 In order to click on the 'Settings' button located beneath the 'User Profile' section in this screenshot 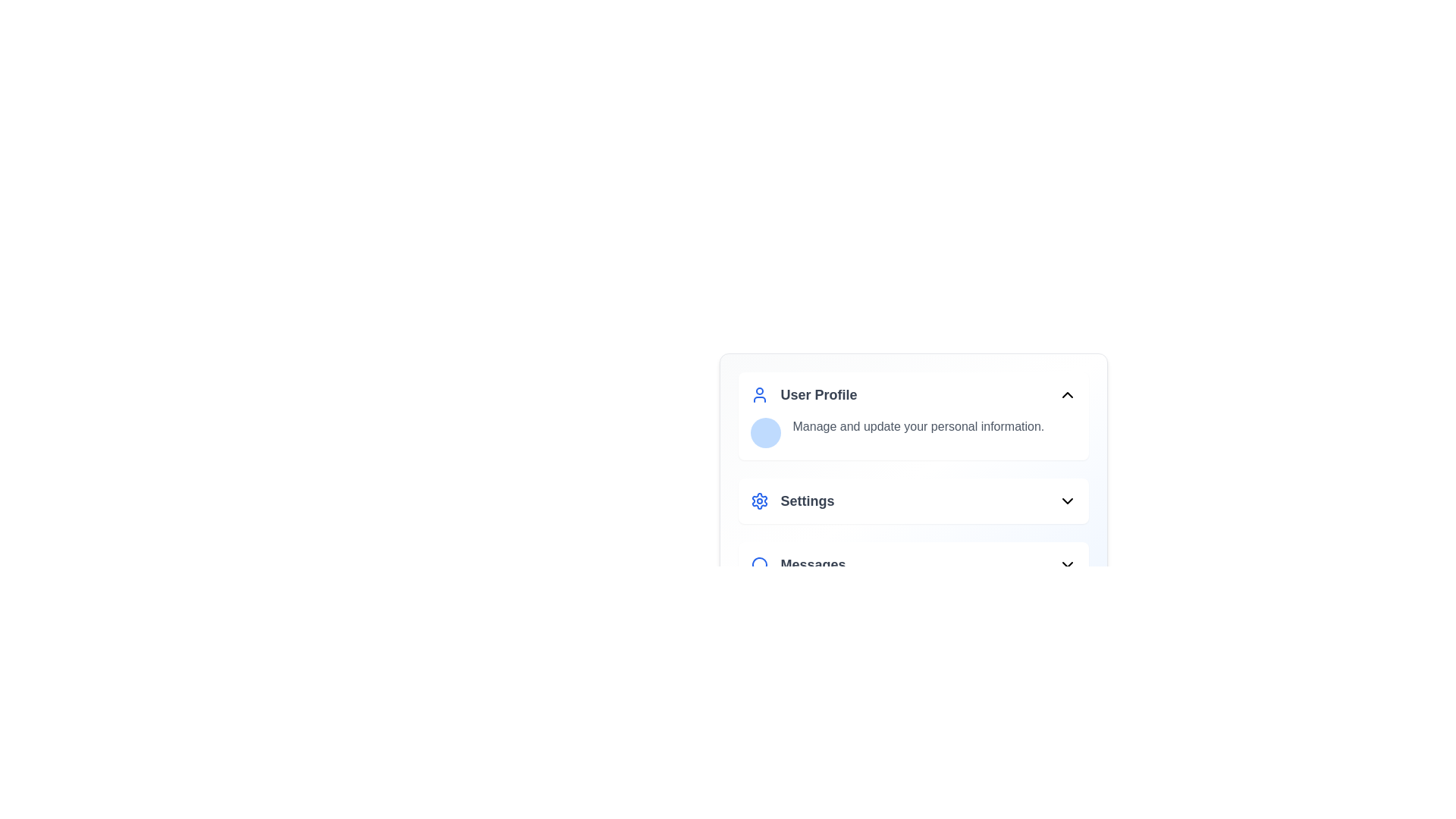, I will do `click(792, 500)`.